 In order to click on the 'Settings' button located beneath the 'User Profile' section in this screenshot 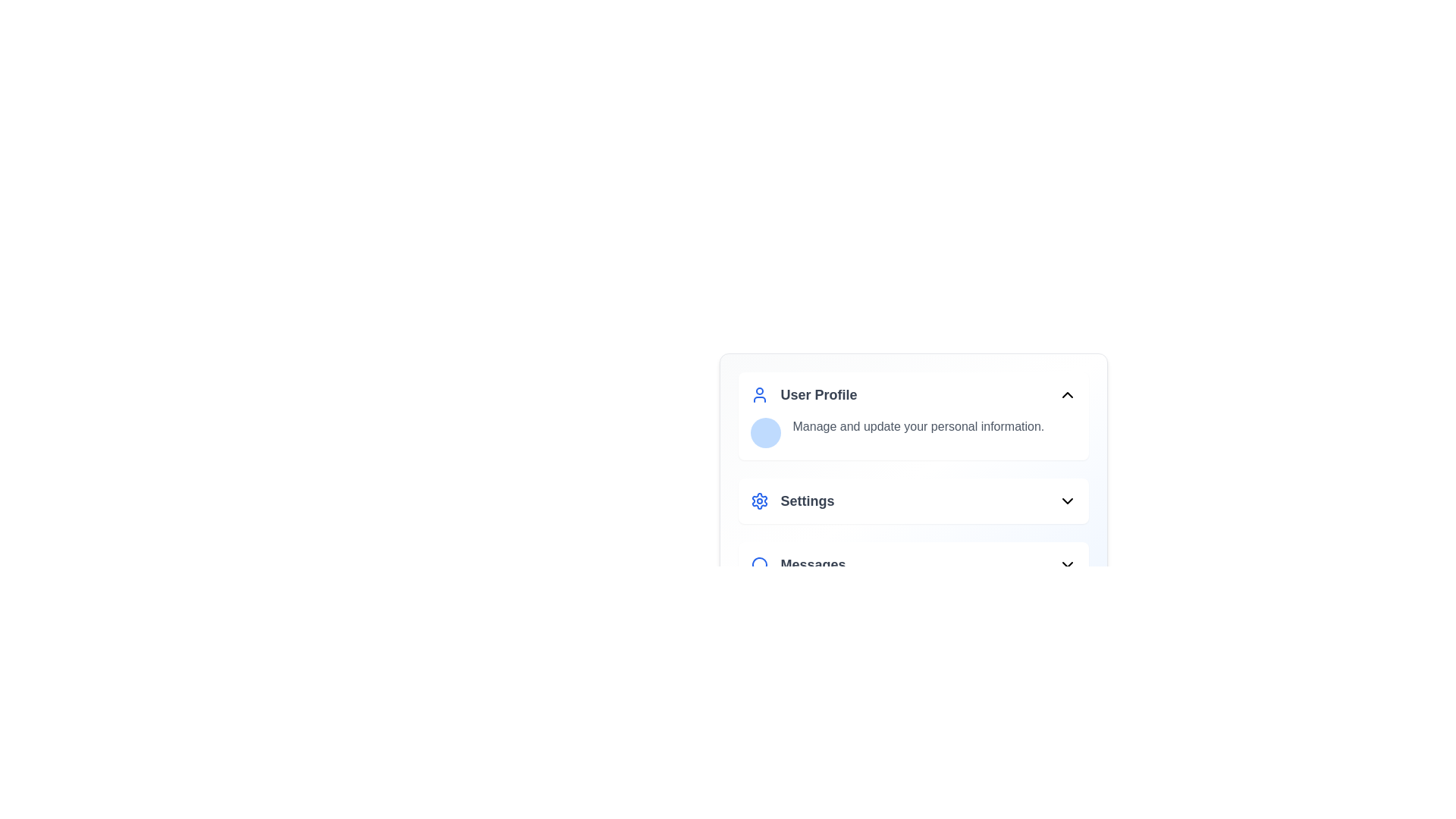, I will do `click(792, 500)`.